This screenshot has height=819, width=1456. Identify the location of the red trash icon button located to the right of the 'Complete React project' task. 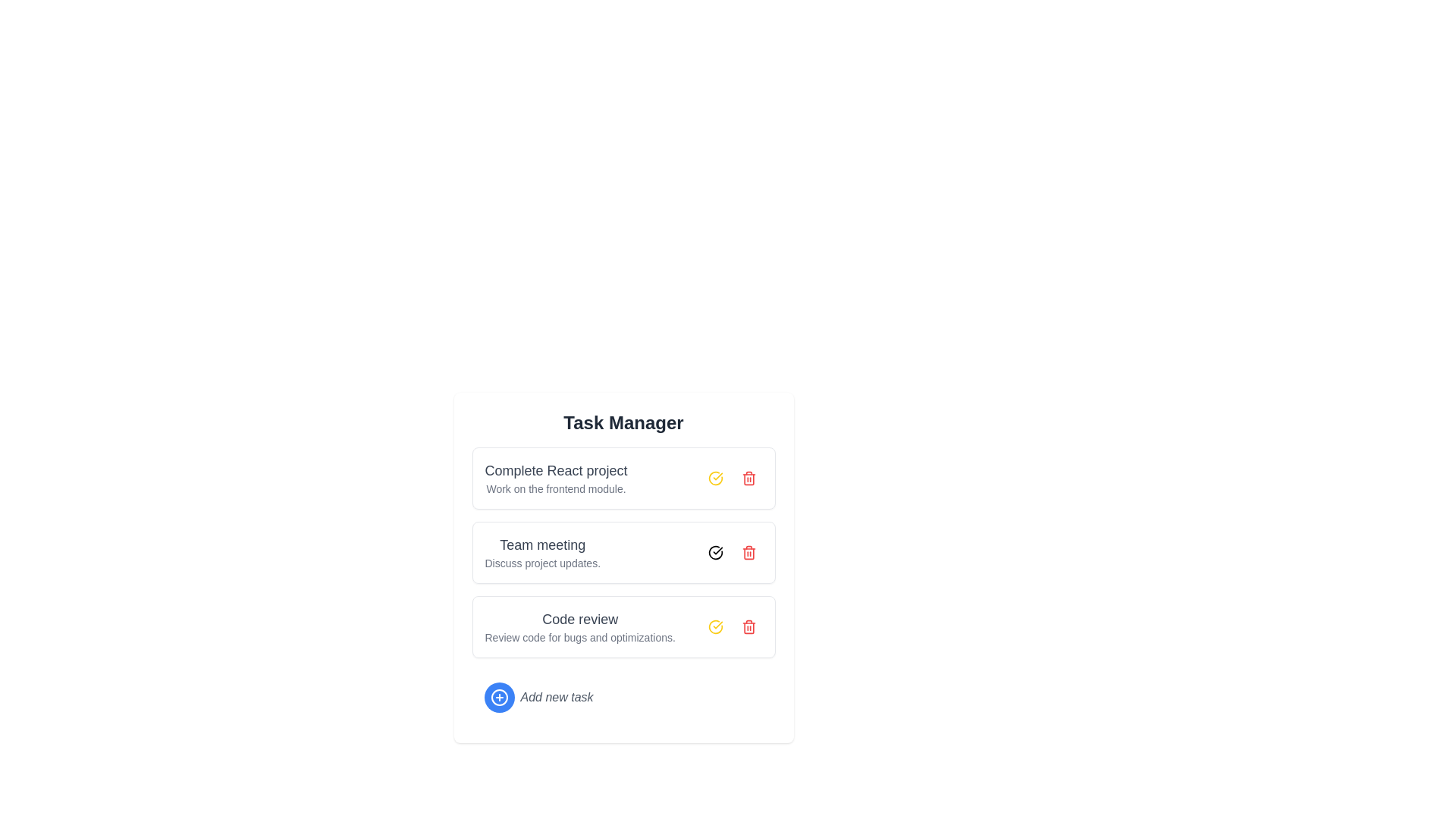
(748, 479).